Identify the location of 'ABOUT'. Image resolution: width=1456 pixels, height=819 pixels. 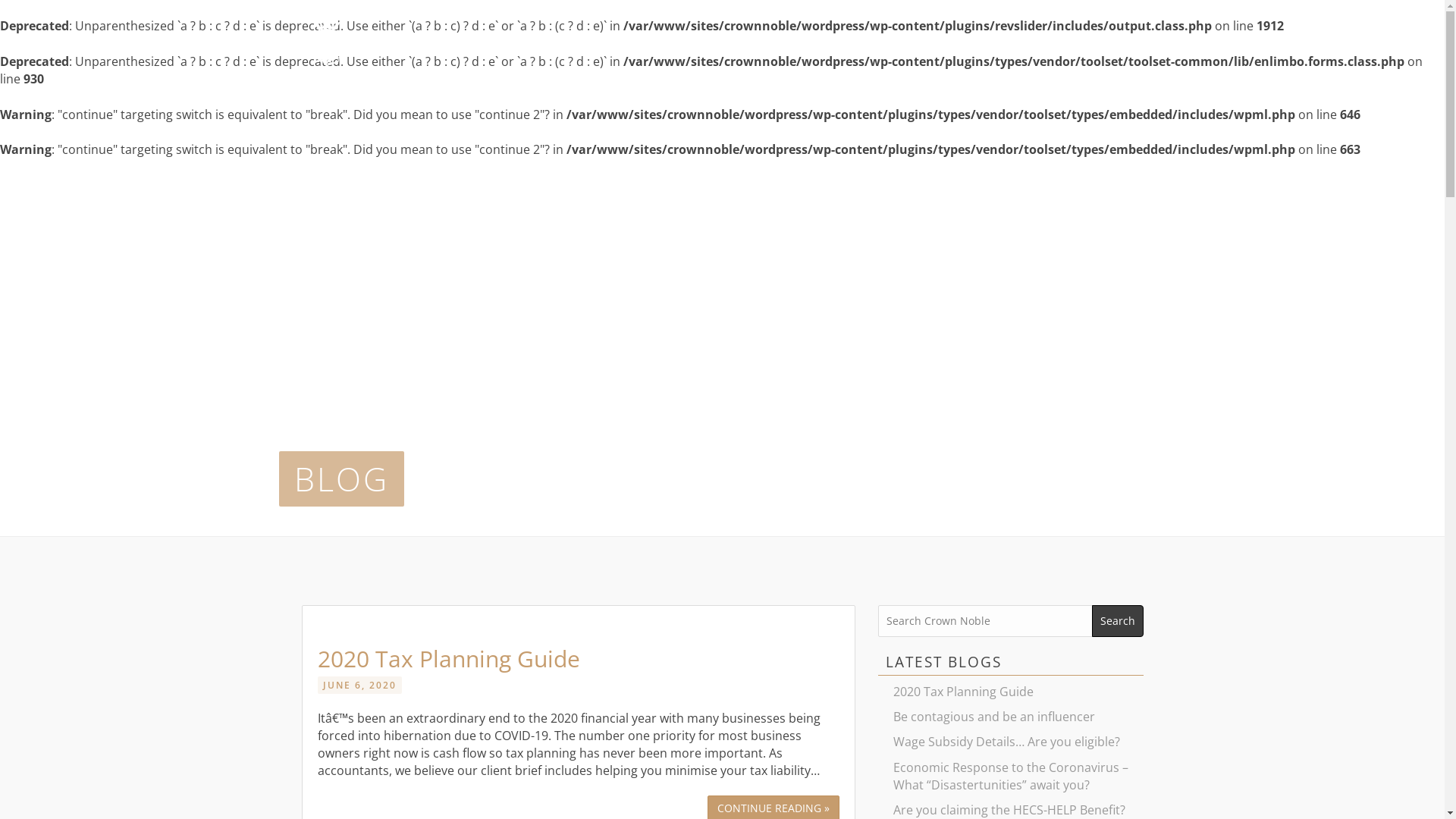
(781, 50).